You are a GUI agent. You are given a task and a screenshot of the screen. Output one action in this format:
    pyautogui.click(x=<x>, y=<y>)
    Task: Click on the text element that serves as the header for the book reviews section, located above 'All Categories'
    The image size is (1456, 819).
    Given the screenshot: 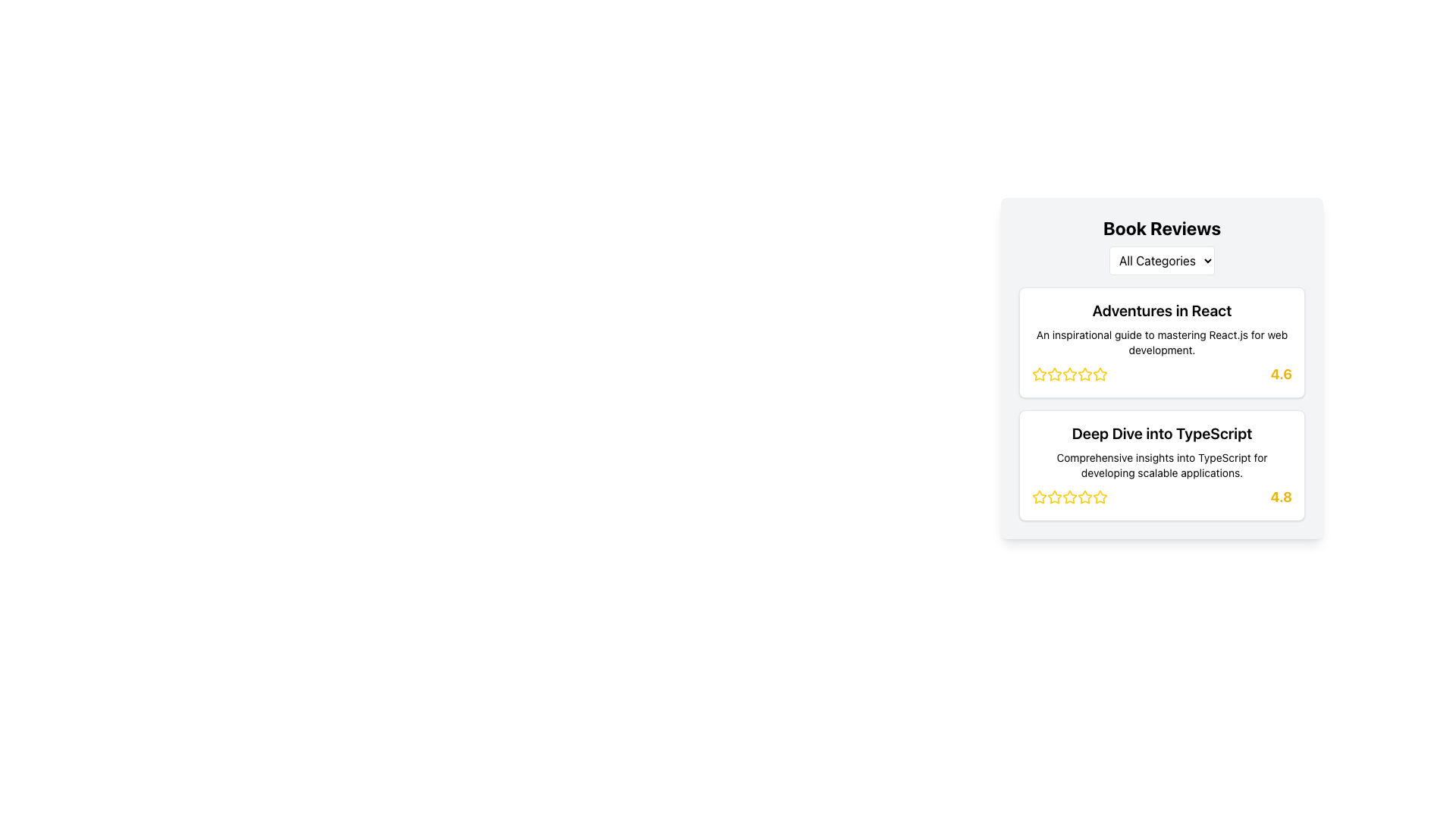 What is the action you would take?
    pyautogui.click(x=1161, y=227)
    